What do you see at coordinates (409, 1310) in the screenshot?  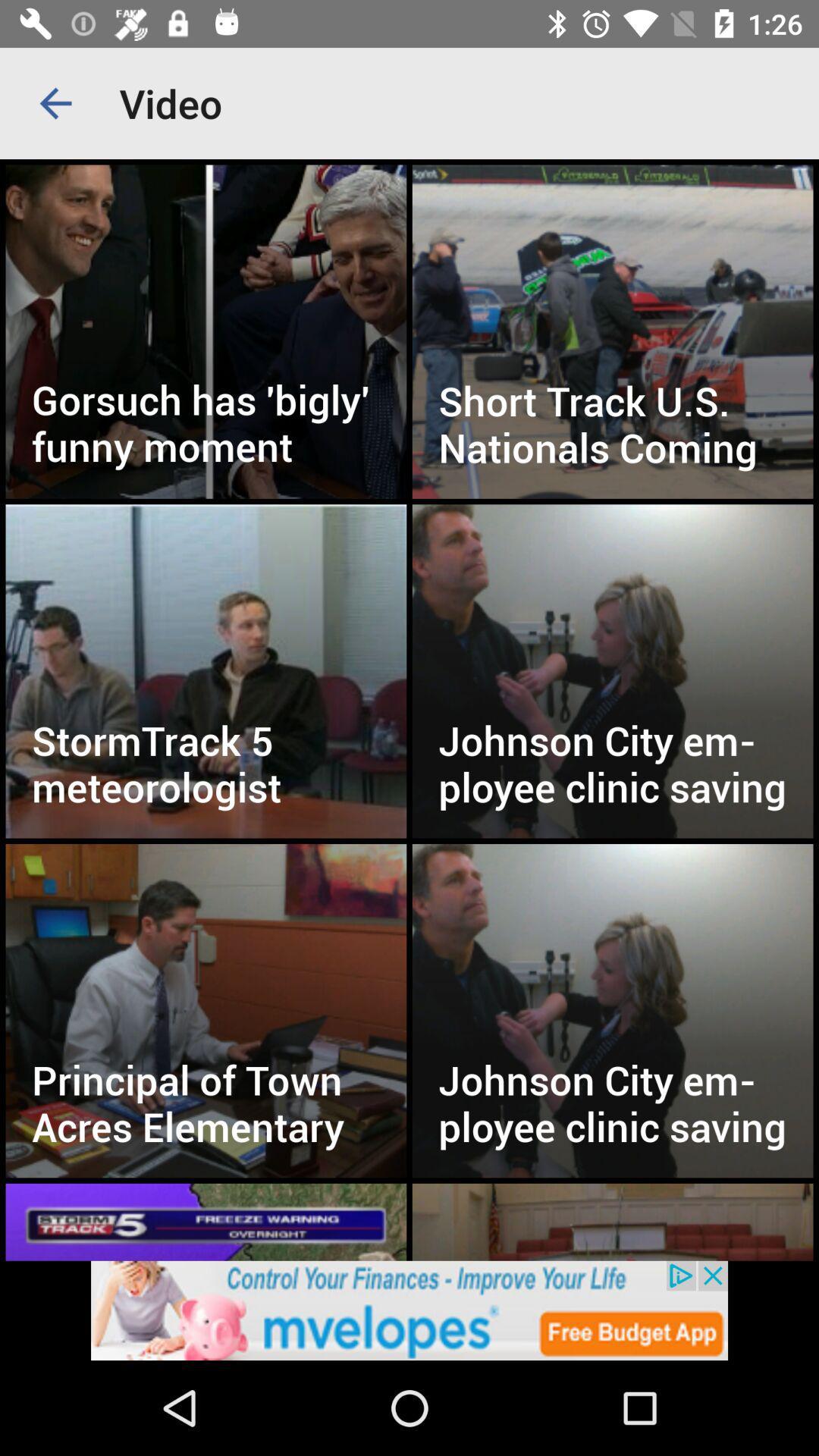 I see `open advertisement` at bounding box center [409, 1310].